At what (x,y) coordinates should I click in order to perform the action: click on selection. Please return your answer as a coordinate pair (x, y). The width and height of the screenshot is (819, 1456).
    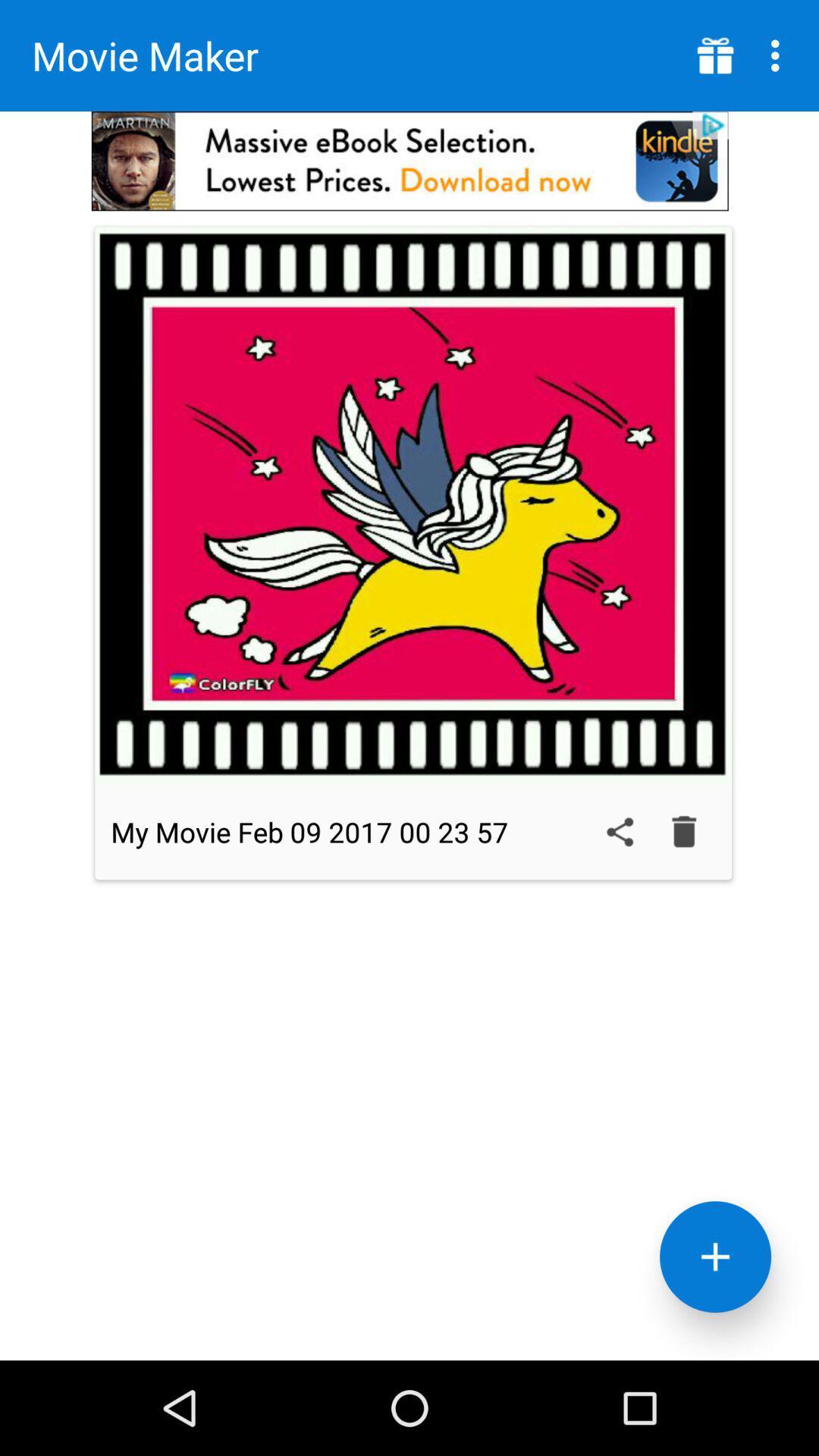
    Looking at the image, I should click on (715, 1257).